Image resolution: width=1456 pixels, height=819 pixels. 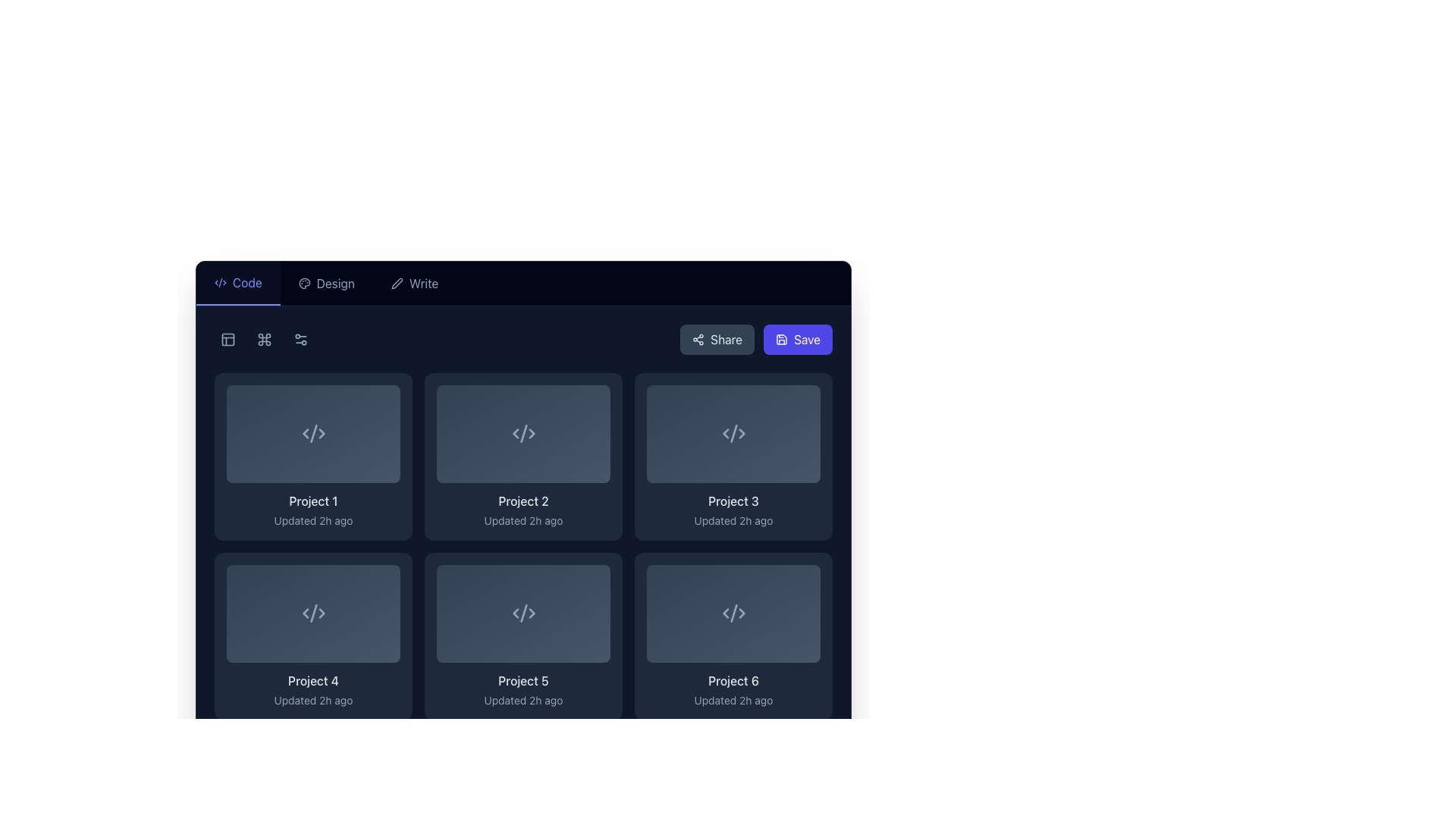 I want to click on the button with an icon in the top-right corner of the 'Project 3' card, so click(x=817, y=388).